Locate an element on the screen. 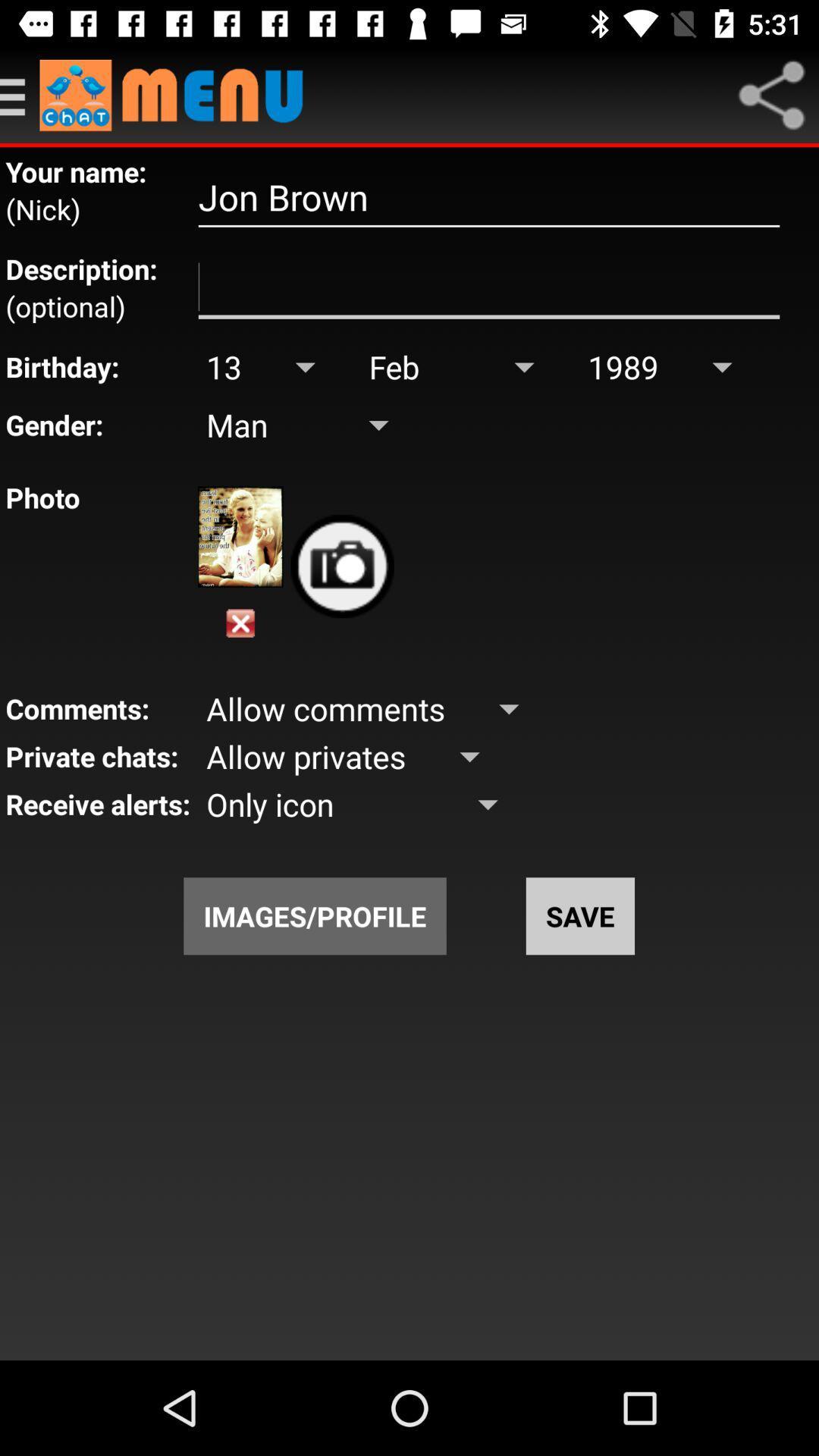  page is located at coordinates (240, 623).